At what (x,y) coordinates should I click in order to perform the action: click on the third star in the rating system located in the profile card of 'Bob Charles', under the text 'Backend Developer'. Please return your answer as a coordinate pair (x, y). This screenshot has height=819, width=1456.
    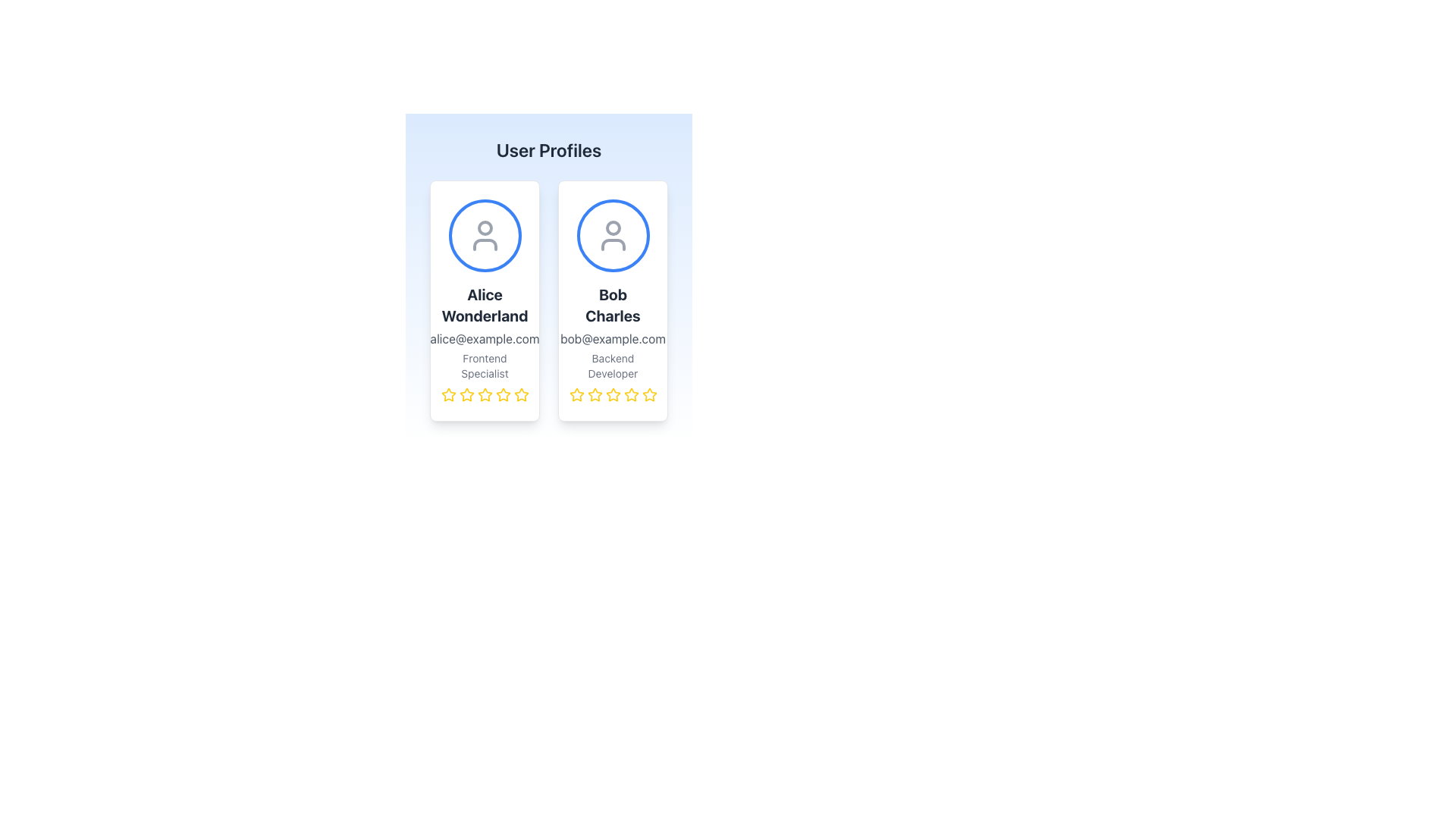
    Looking at the image, I should click on (594, 394).